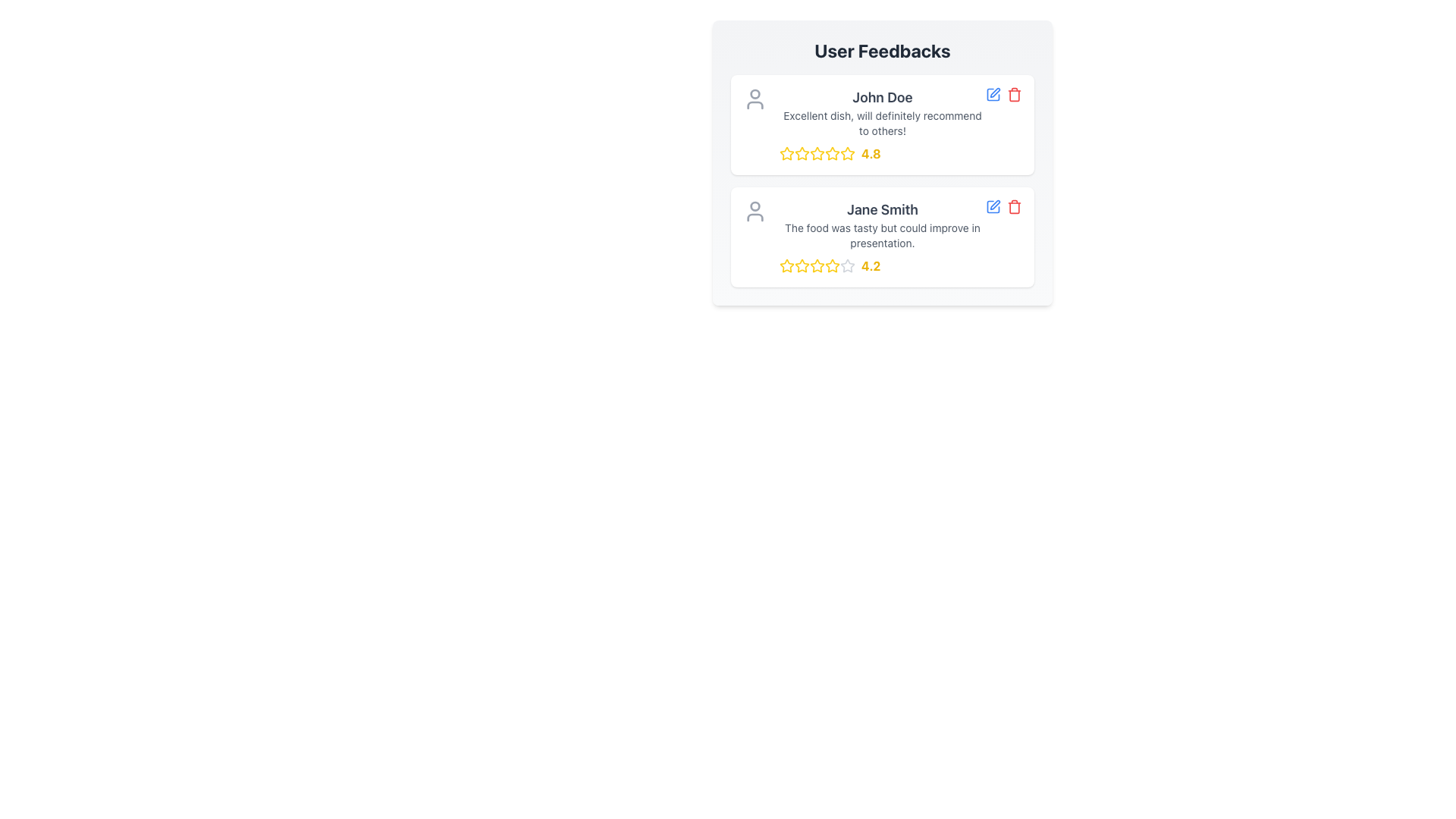 This screenshot has height=819, width=1456. I want to click on the fourth star icon in the rating component, which has a hollow white center and a thin gray border, located in the second user feedback card, so click(847, 265).